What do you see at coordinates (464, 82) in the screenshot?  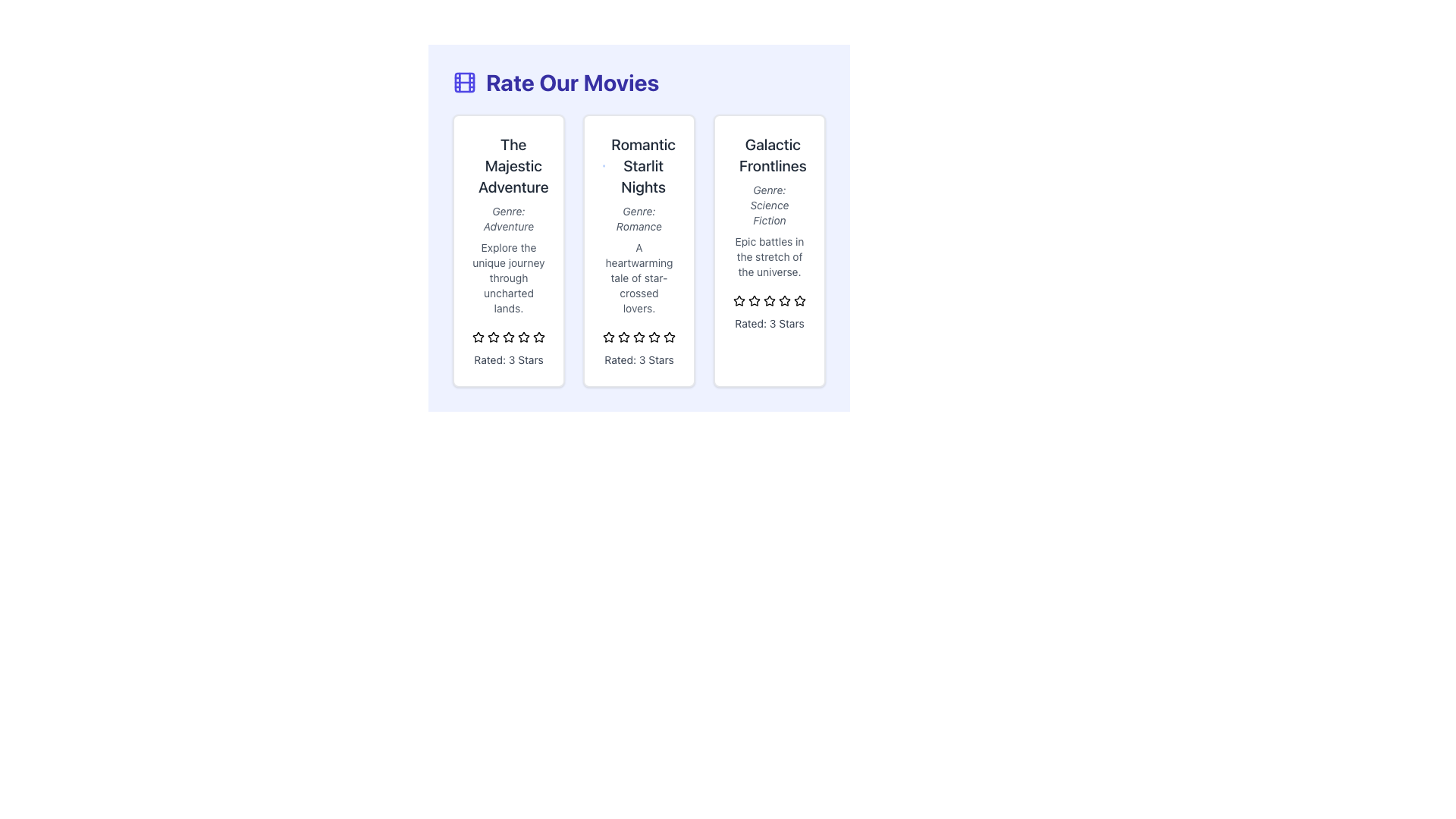 I see `the ornamental icon located to the left of the 'Rate Our Movies' text in the header section` at bounding box center [464, 82].